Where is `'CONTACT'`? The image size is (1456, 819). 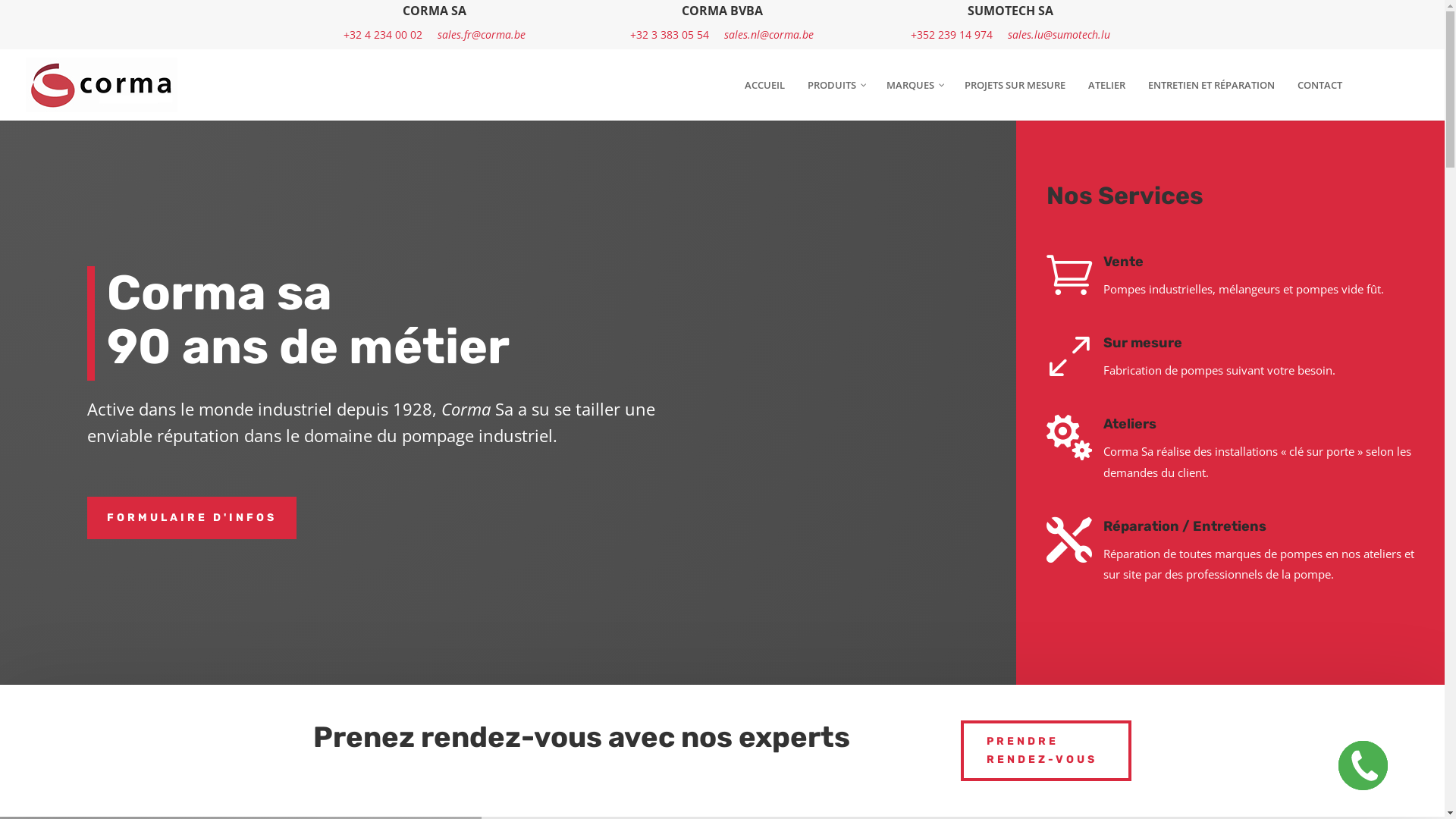 'CONTACT' is located at coordinates (1285, 97).